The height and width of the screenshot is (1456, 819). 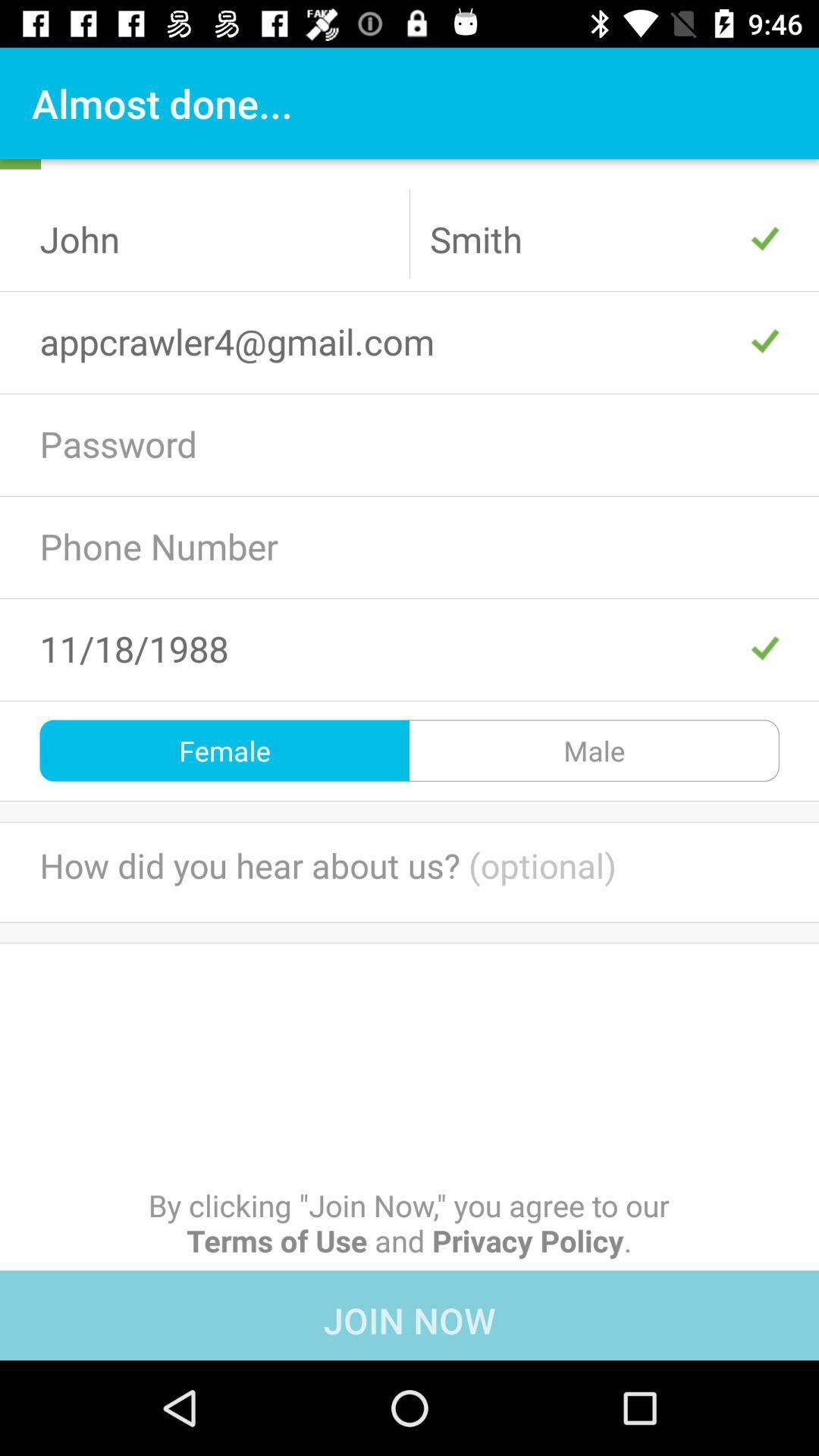 What do you see at coordinates (224, 750) in the screenshot?
I see `item next to the male icon` at bounding box center [224, 750].